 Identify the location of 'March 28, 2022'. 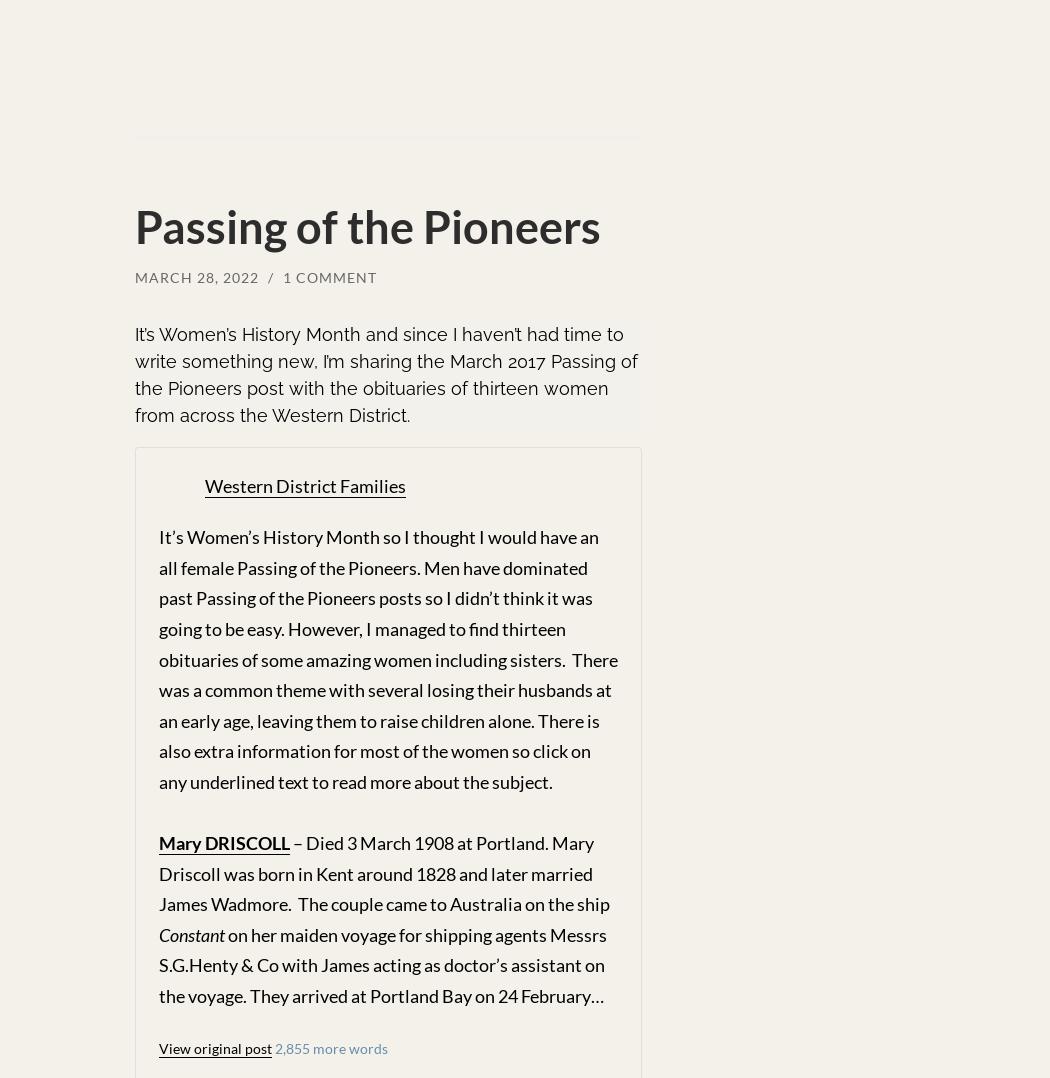
(134, 277).